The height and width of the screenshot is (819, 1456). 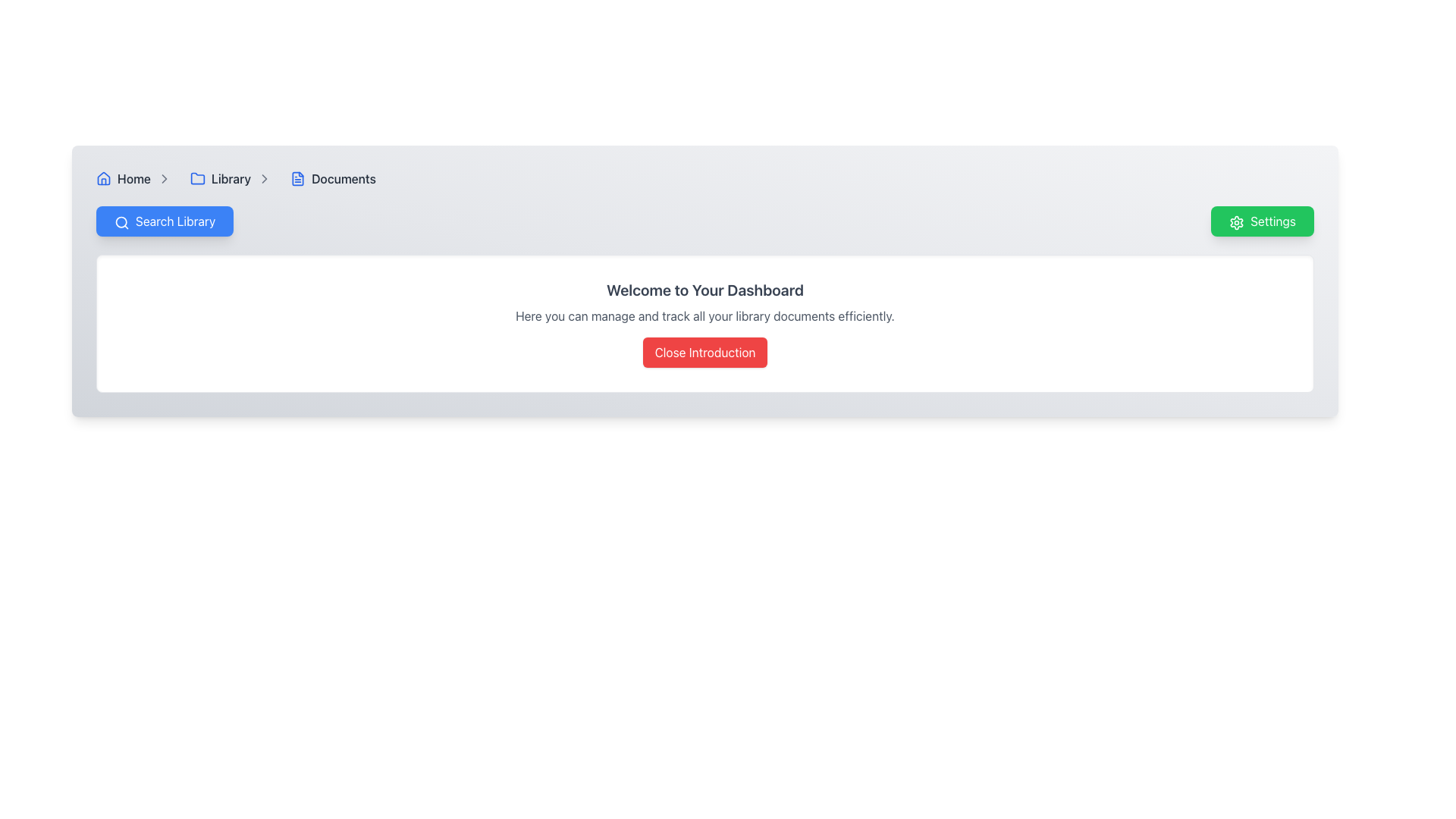 I want to click on the right-pointing chevron icon adjacent to the 'Library' text in the breadcrumb navigation component, so click(x=265, y=177).